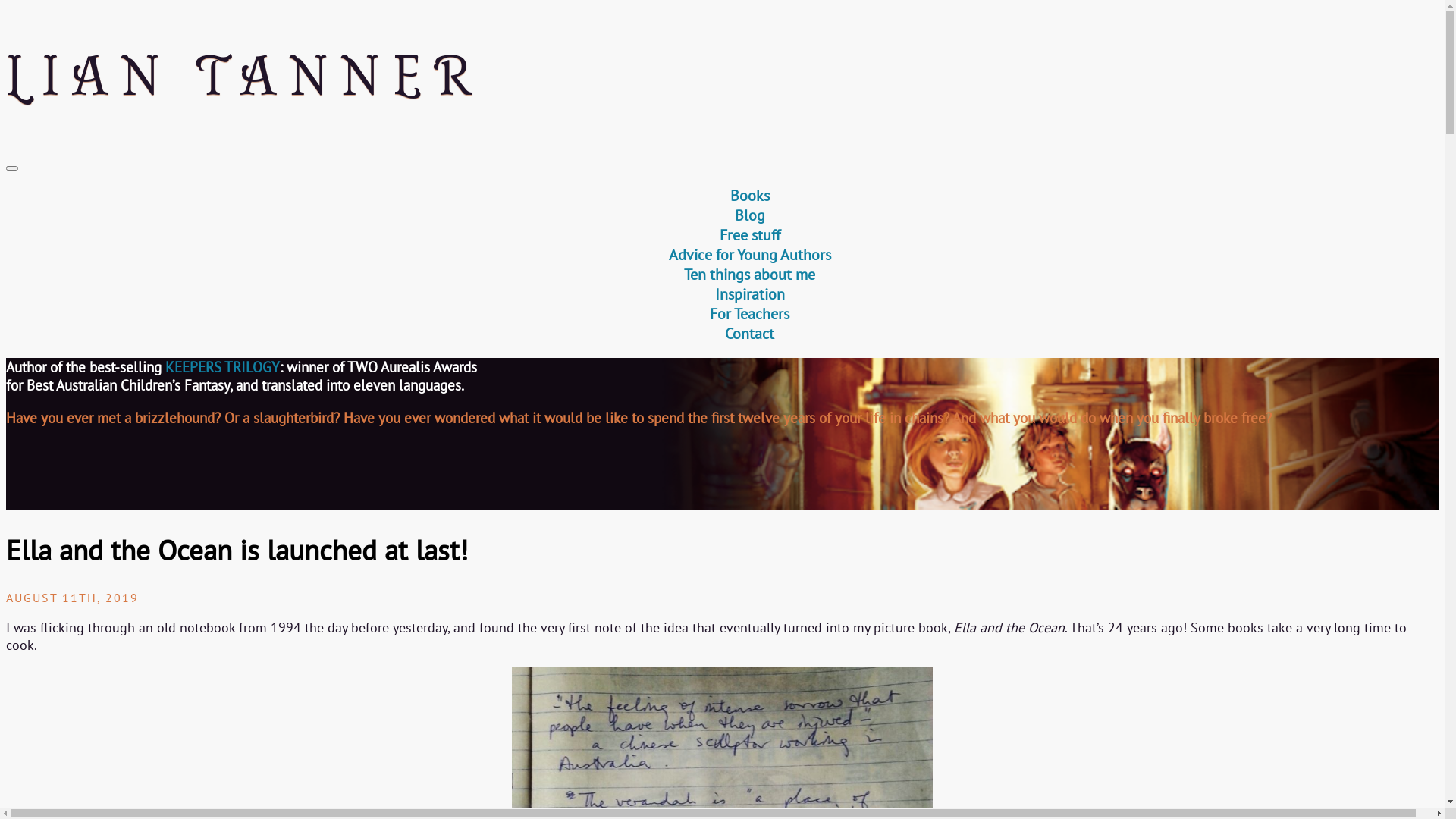  Describe the element at coordinates (749, 195) in the screenshot. I see `'Books'` at that location.